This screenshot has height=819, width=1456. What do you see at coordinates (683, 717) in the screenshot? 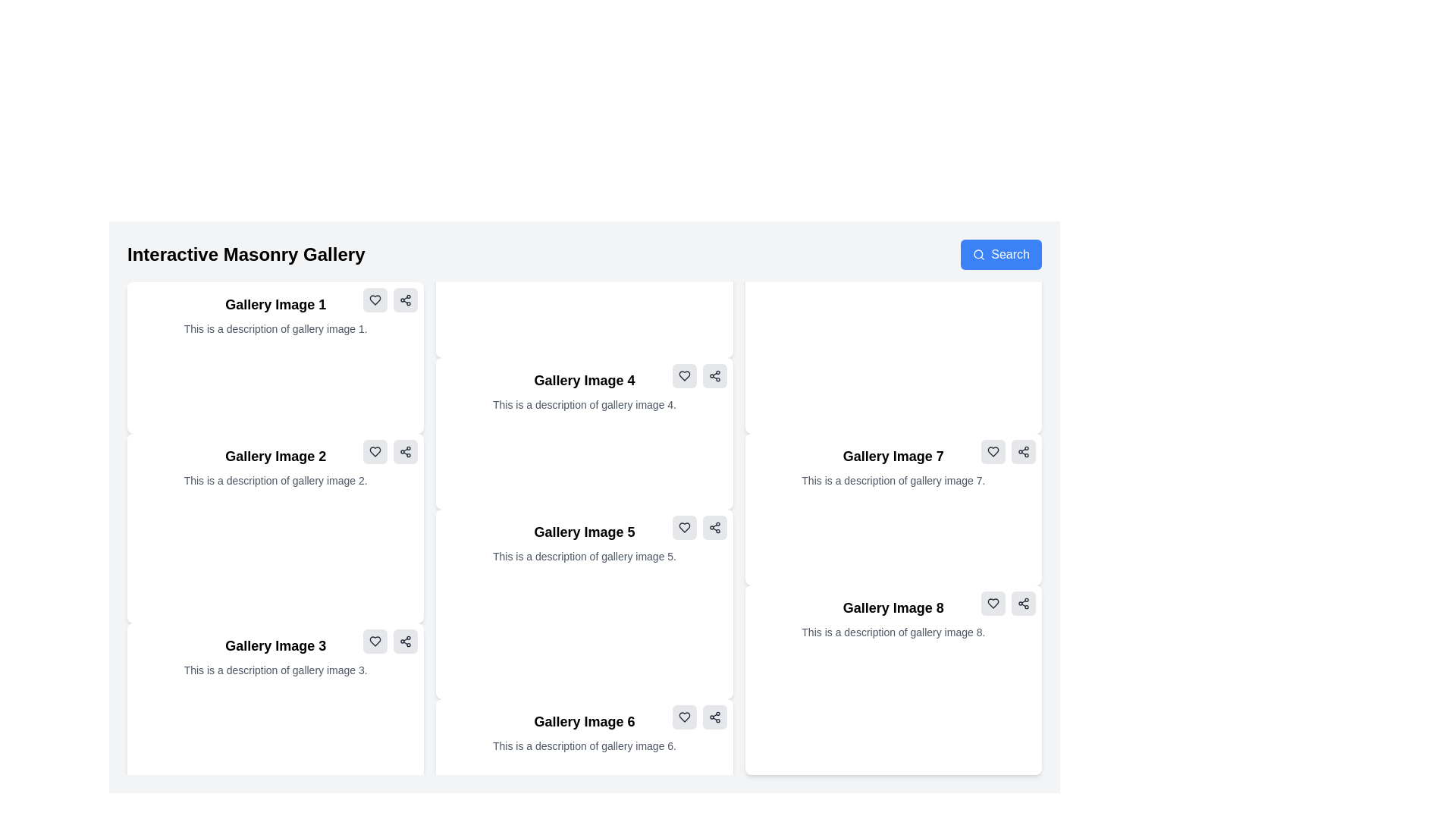
I see `the 'like' or 'favorite' button located in the bottom-right corner of the 'Gallery Image 6' card` at bounding box center [683, 717].